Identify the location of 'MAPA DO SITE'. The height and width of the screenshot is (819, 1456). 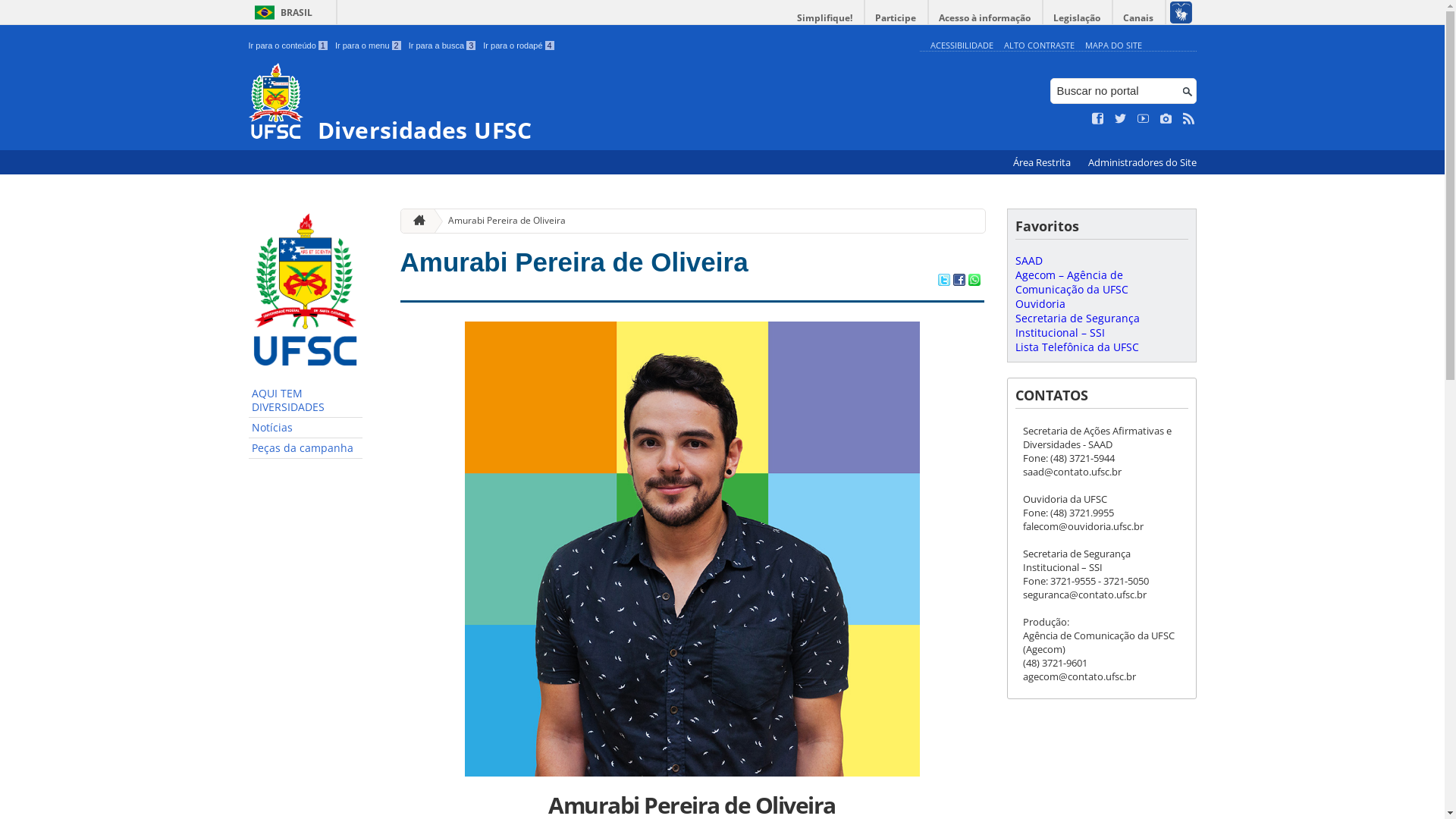
(1084, 44).